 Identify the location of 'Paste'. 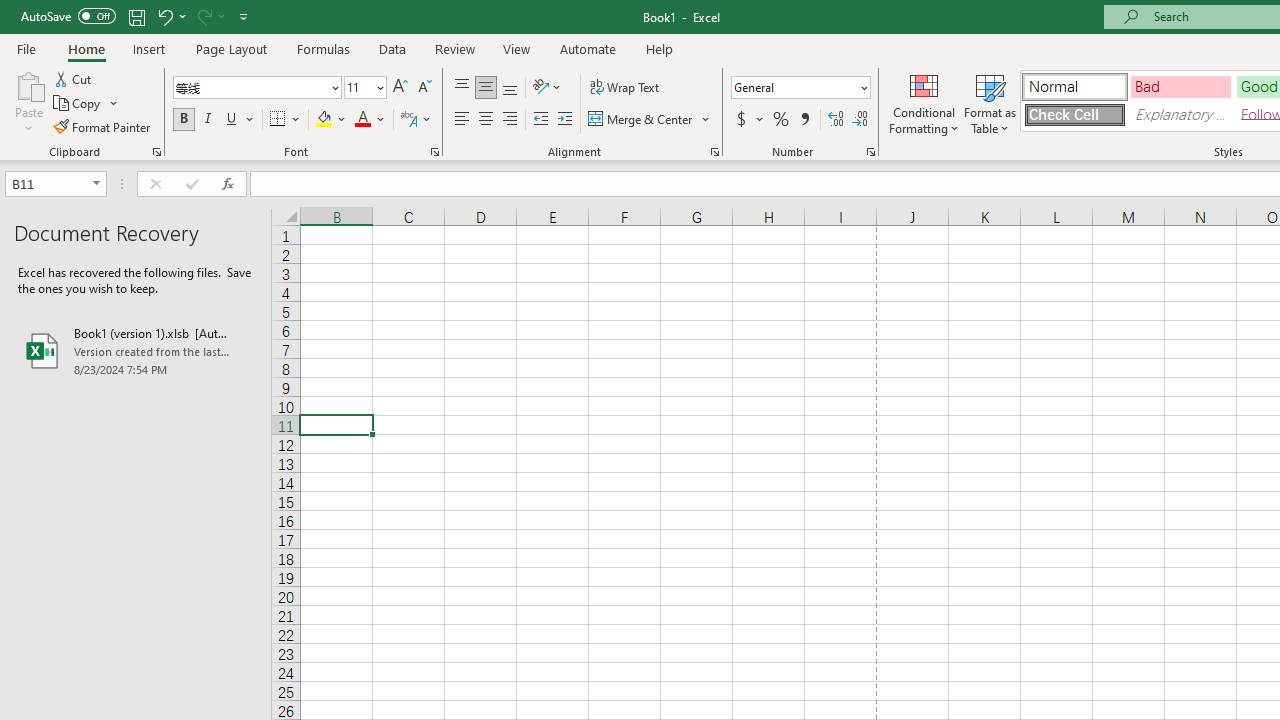
(28, 84).